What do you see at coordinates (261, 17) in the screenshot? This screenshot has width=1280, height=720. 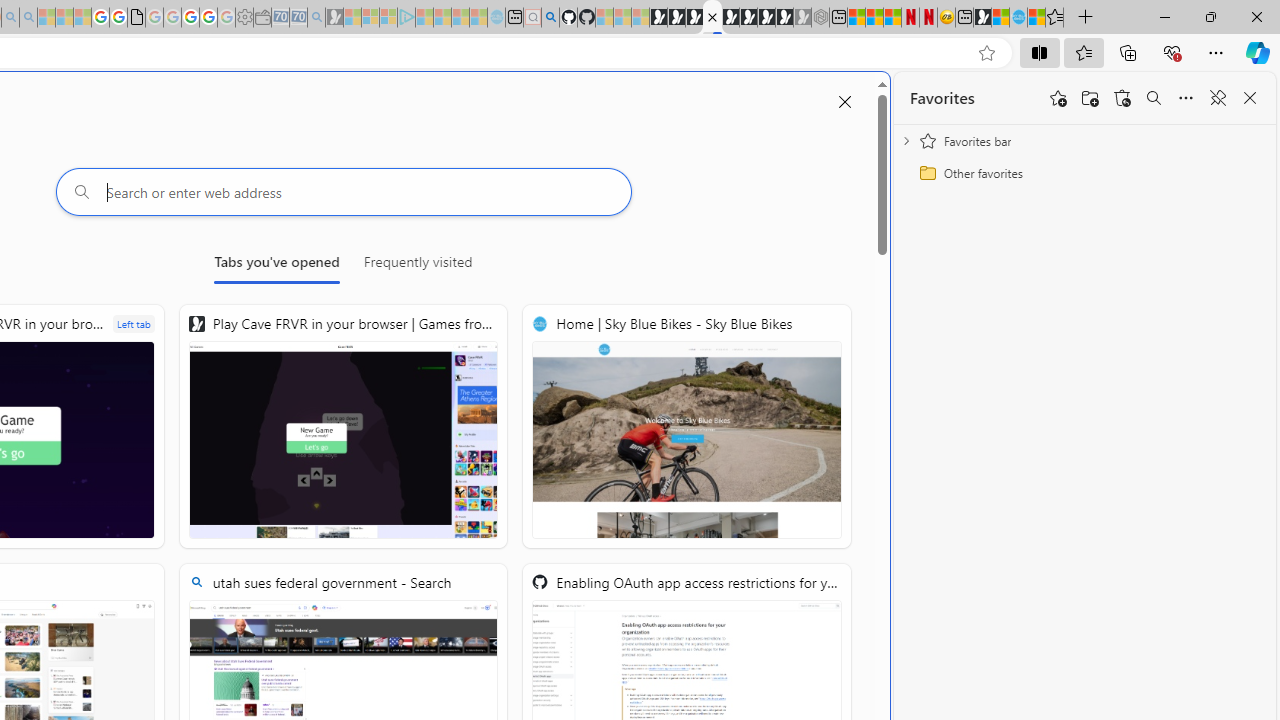 I see `'Wallet - Sleeping'` at bounding box center [261, 17].